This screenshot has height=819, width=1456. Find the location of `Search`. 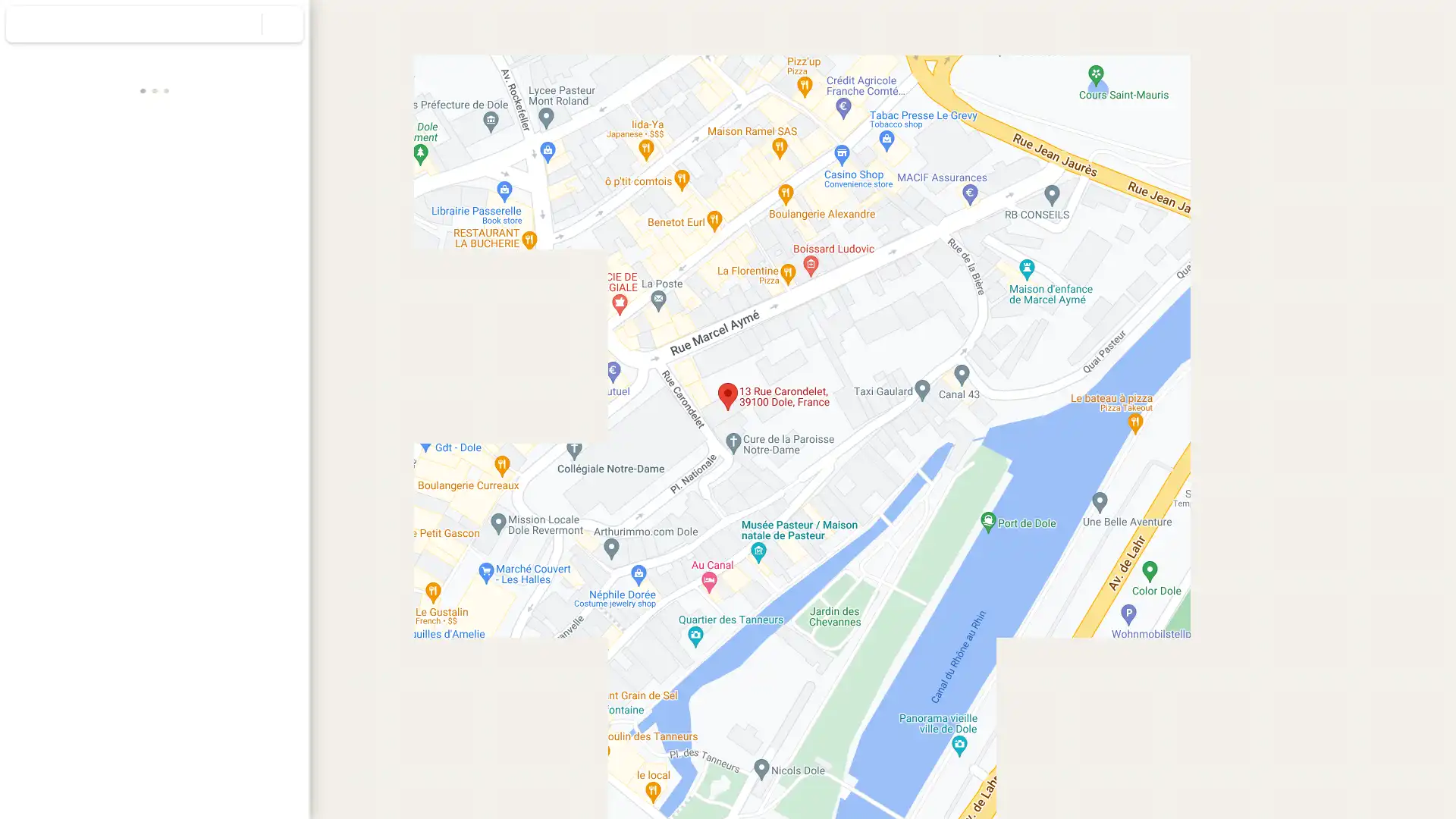

Search is located at coordinates (240, 24).